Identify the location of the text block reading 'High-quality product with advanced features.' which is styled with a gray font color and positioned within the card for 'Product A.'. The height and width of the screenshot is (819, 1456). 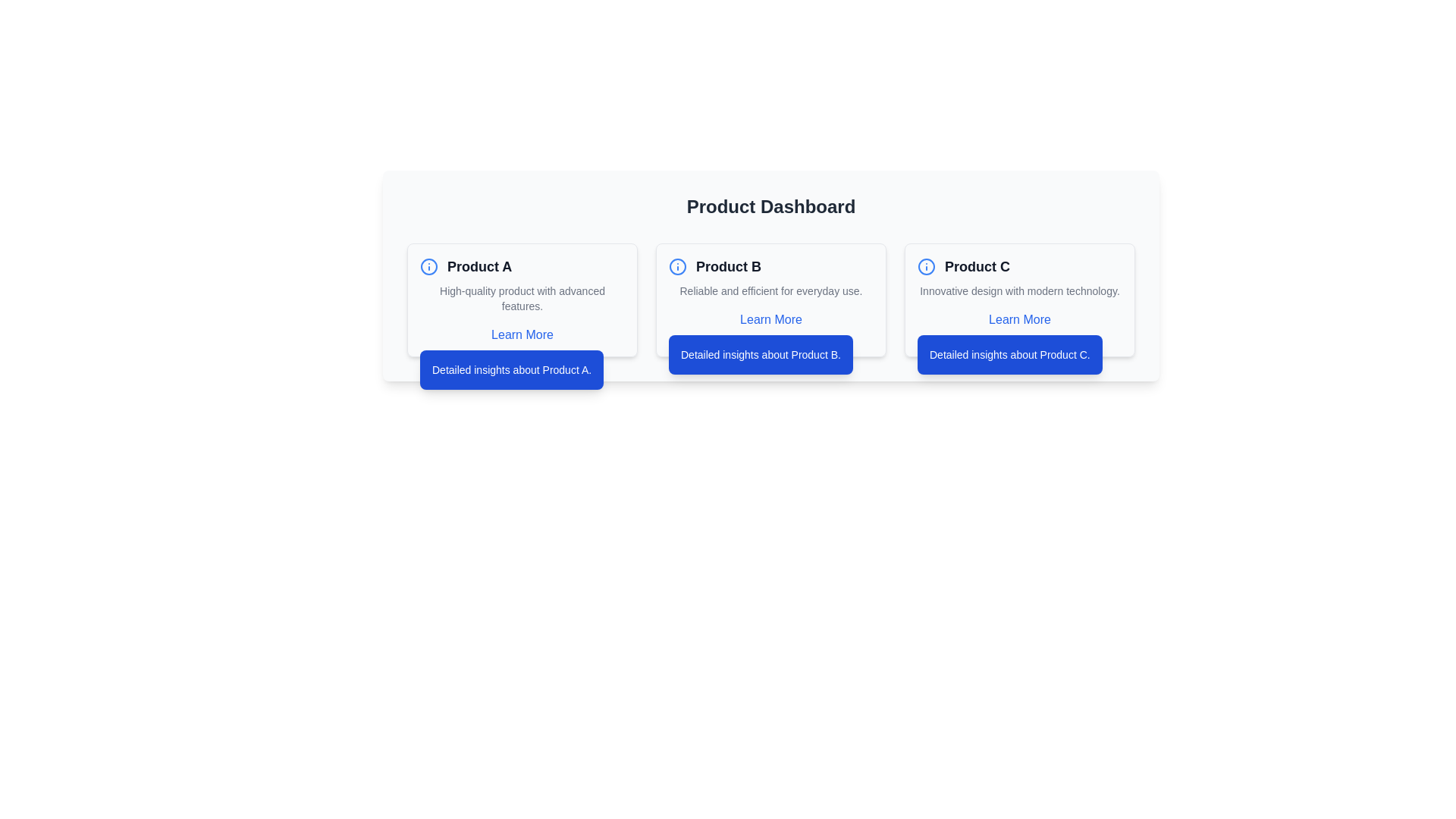
(522, 298).